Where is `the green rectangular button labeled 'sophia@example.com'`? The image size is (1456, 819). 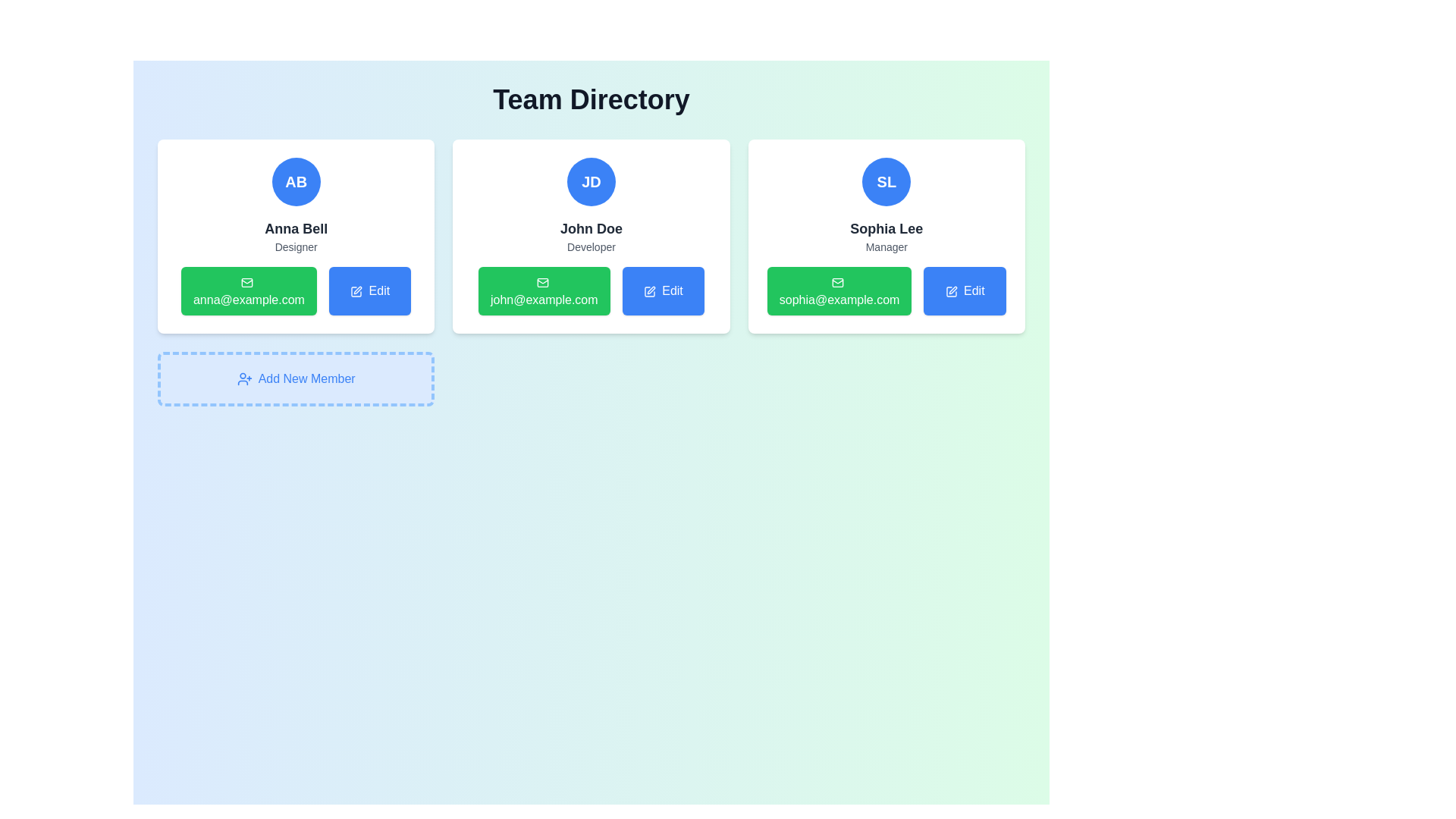 the green rectangular button labeled 'sophia@example.com' is located at coordinates (886, 291).